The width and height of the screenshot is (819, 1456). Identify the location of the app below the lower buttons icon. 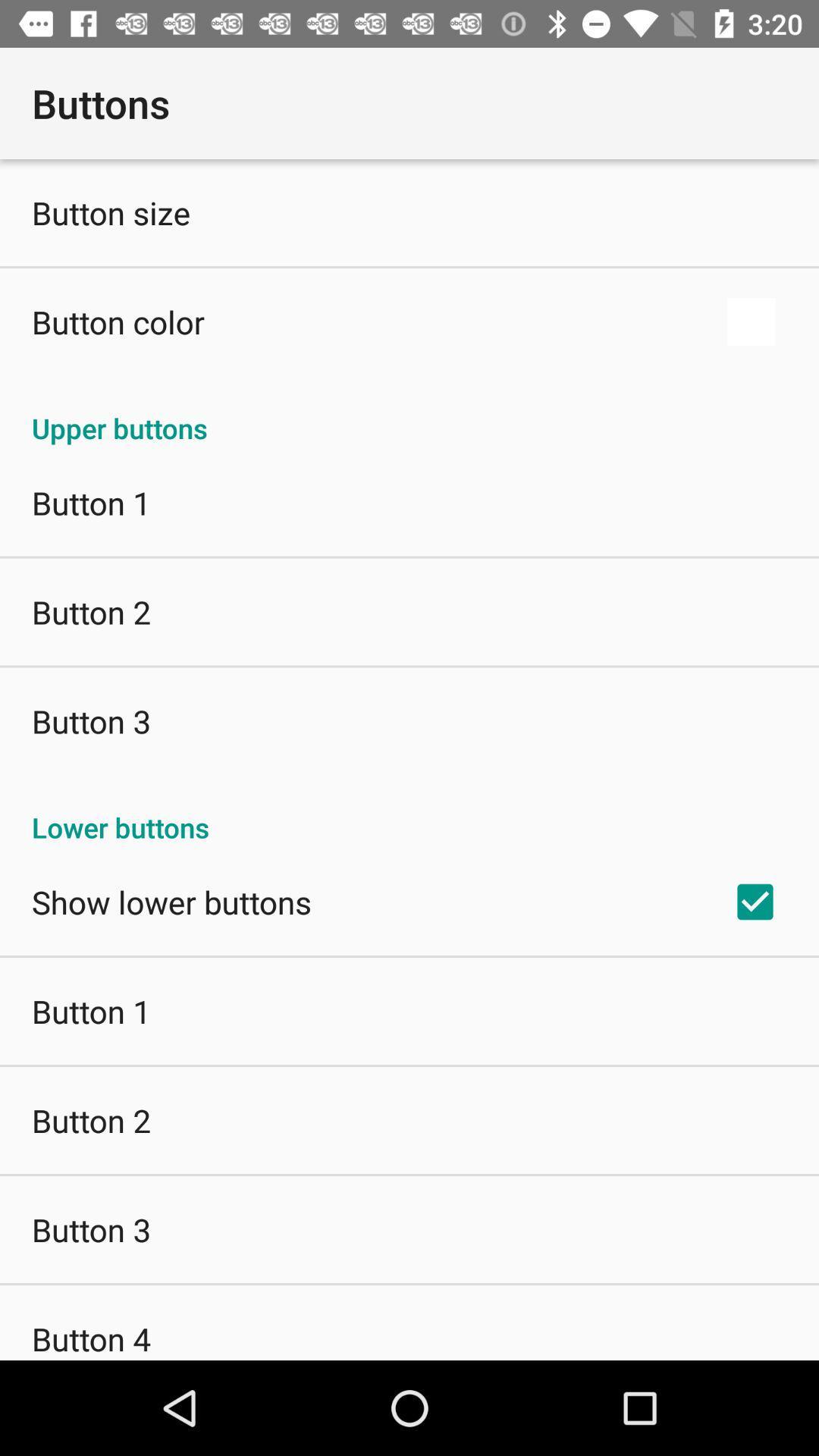
(755, 902).